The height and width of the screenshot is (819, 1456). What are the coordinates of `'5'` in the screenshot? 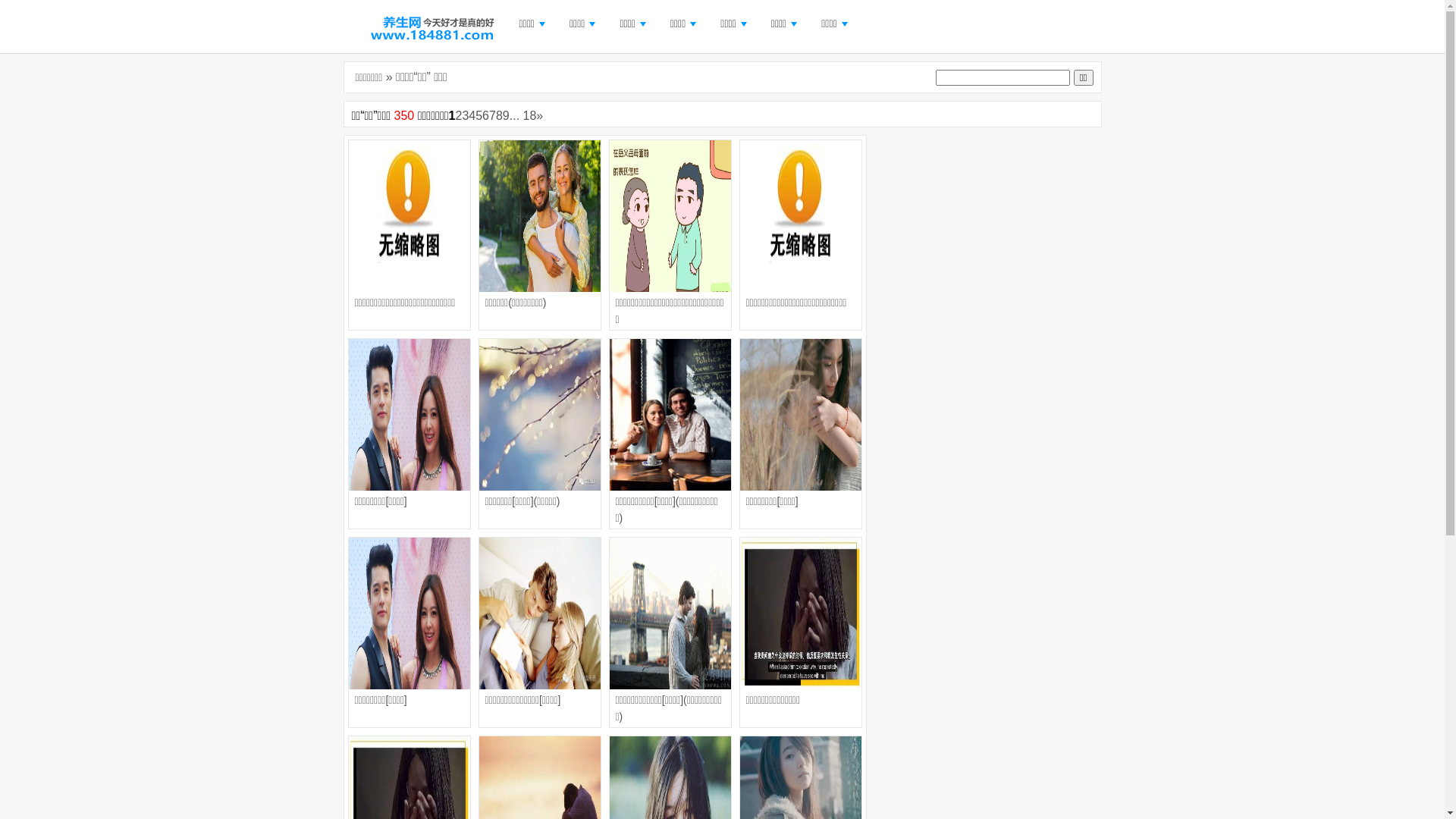 It's located at (478, 115).